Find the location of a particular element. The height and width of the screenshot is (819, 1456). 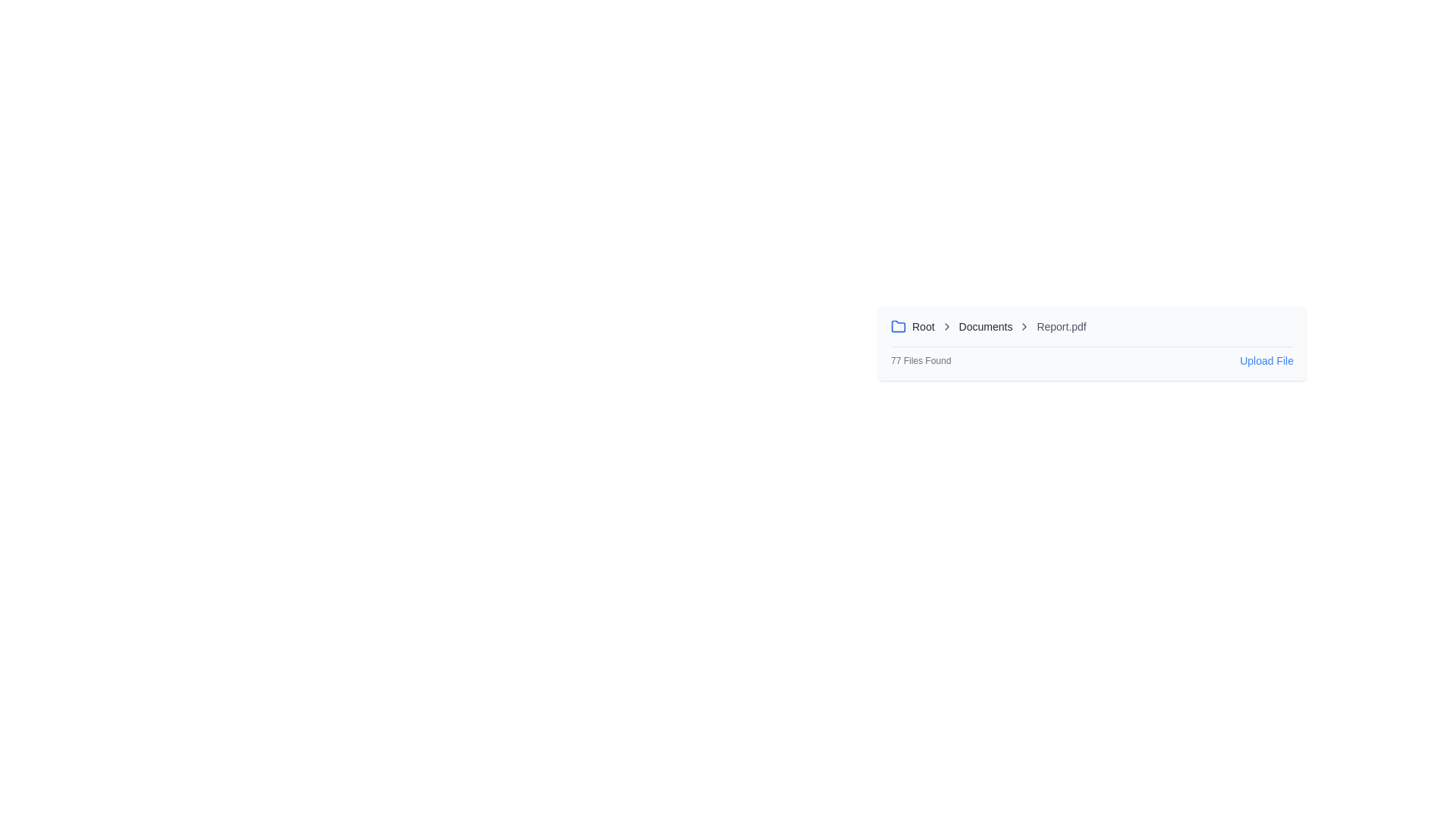

the text label displaying 'Root' in the breadcrumb navigation bar, which is positioned to the right of a folder icon and to the left of a right-arrow icon is located at coordinates (922, 326).